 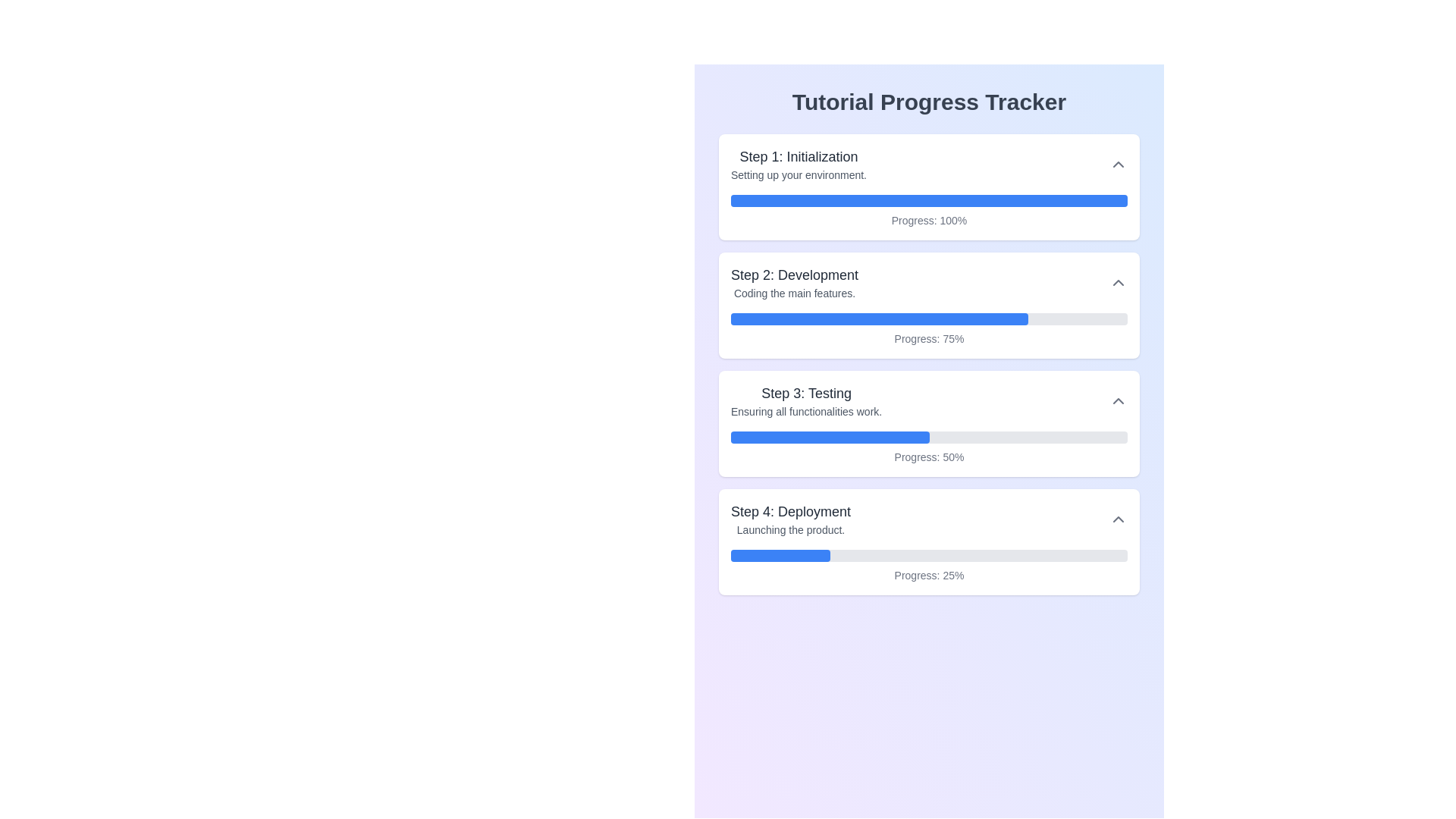 I want to click on the upward-pointing chevron icon button in the top-right corner of the 'Step 4: Deployment' section, so click(x=1118, y=519).